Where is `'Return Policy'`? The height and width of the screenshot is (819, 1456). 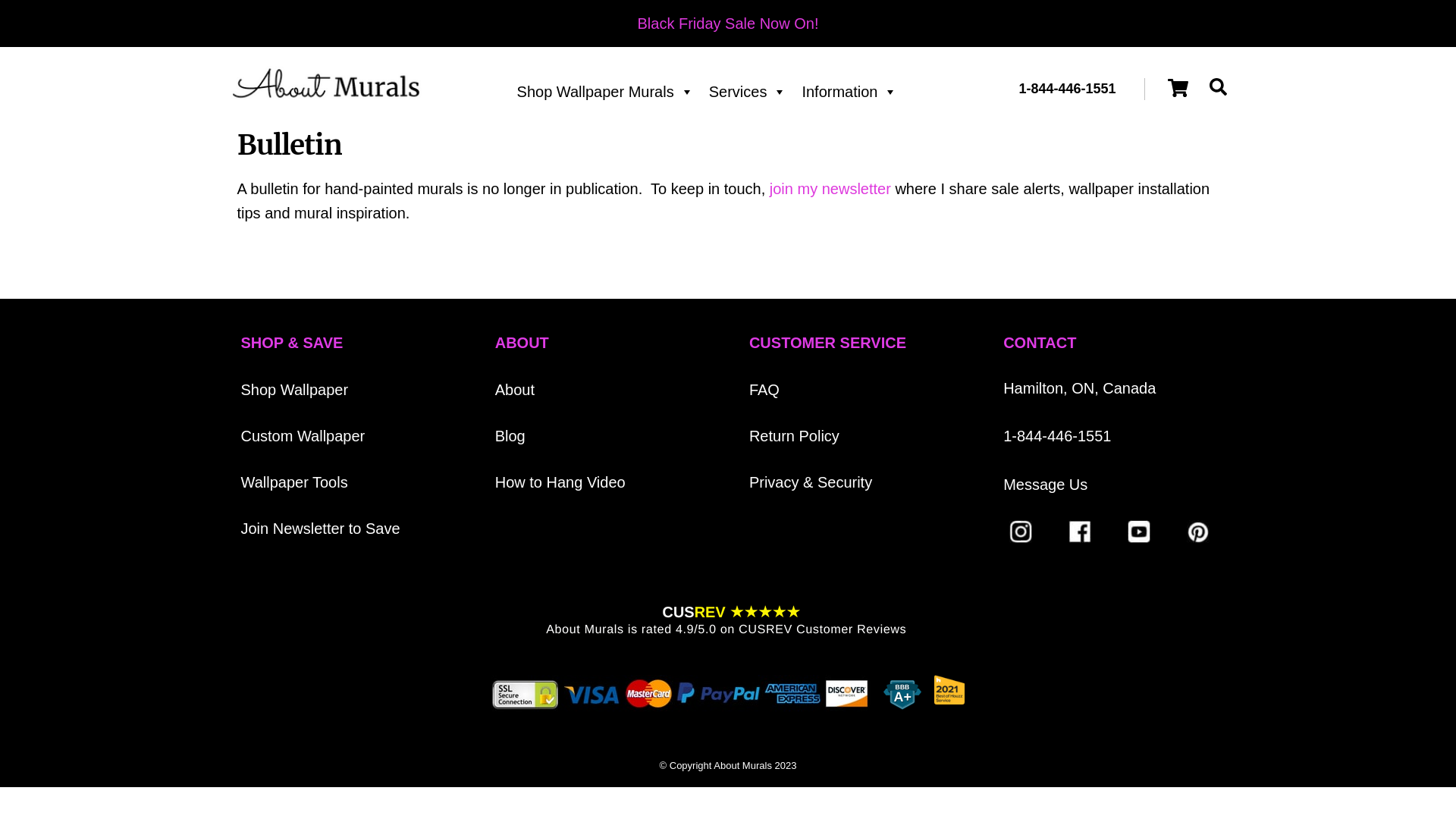 'Return Policy' is located at coordinates (749, 435).